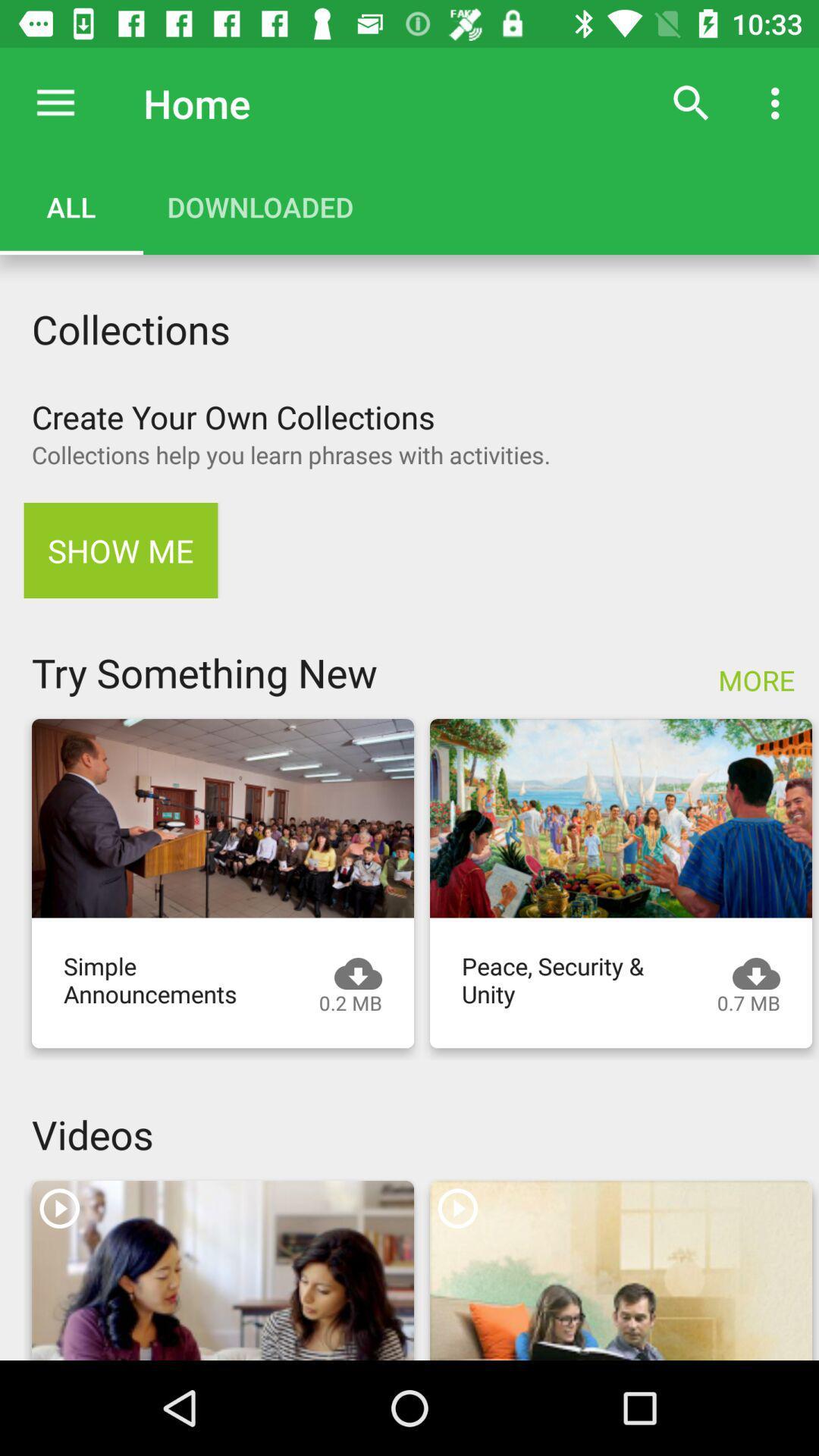 This screenshot has height=1456, width=819. I want to click on the video, so click(620, 1270).